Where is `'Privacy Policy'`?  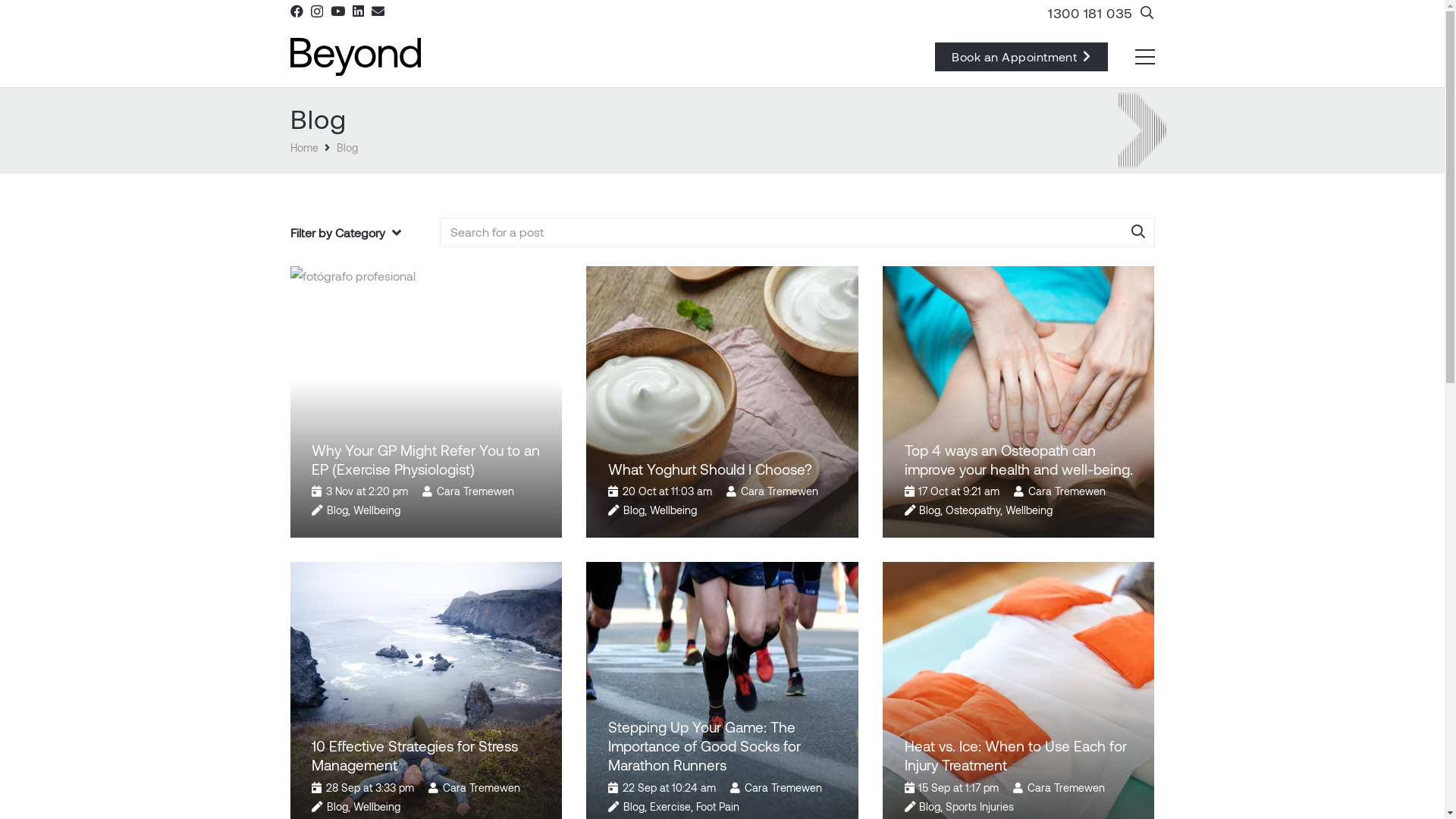
'Privacy Policy' is located at coordinates (721, 800).